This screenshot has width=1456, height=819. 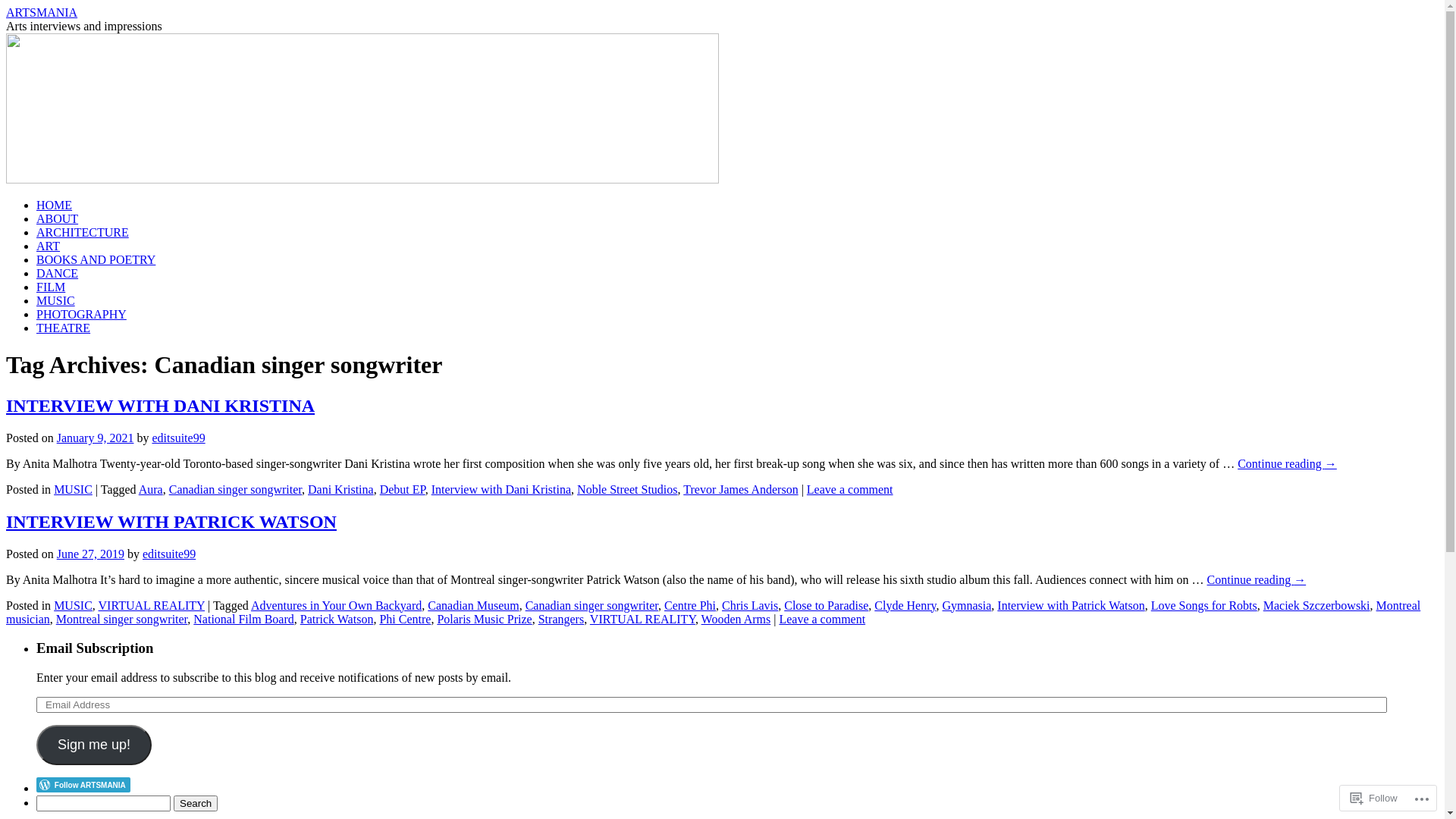 I want to click on 'Centre Phi', so click(x=689, y=604).